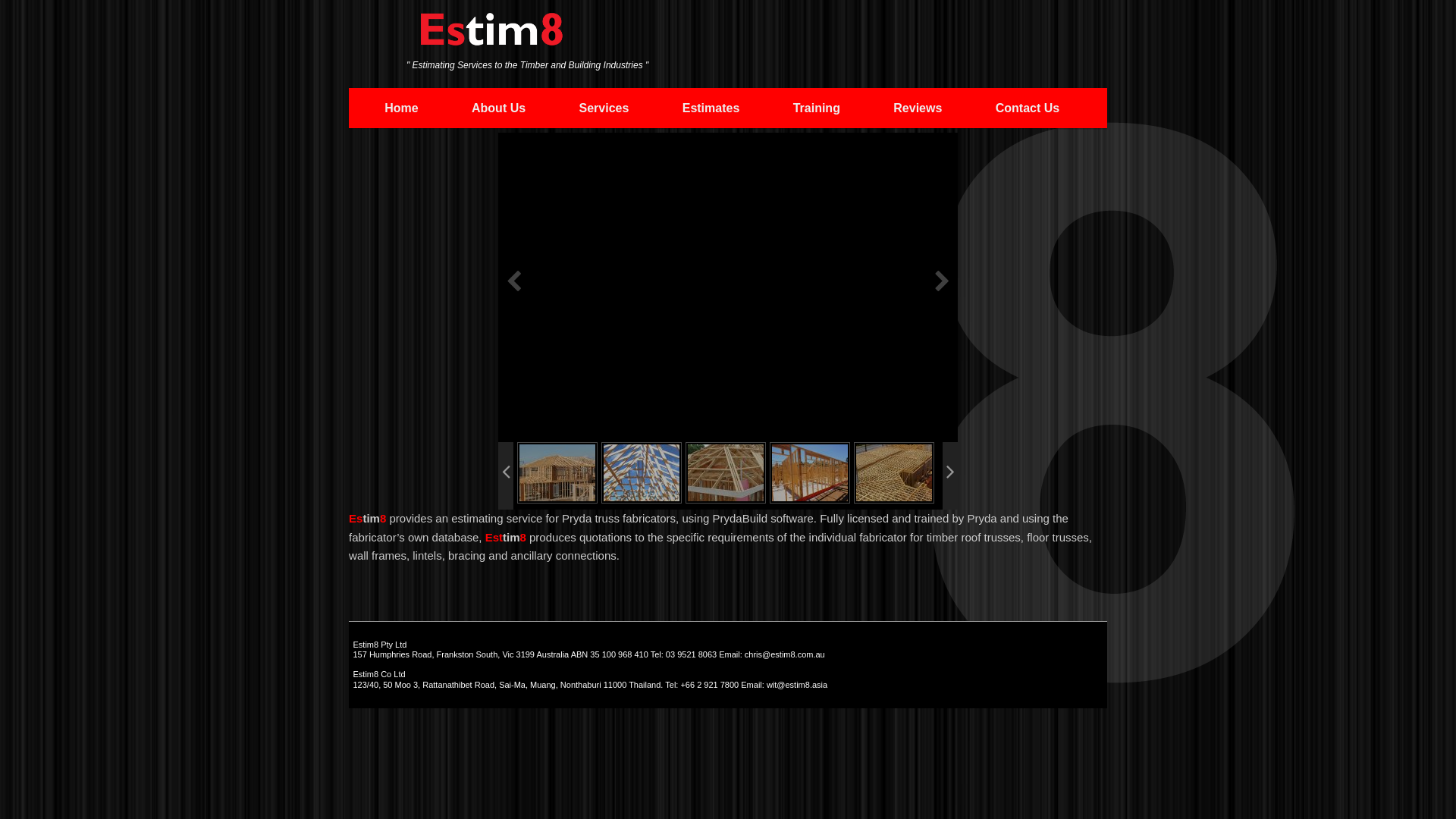  Describe the element at coordinates (367, 106) in the screenshot. I see `'Skip to secondary content'` at that location.